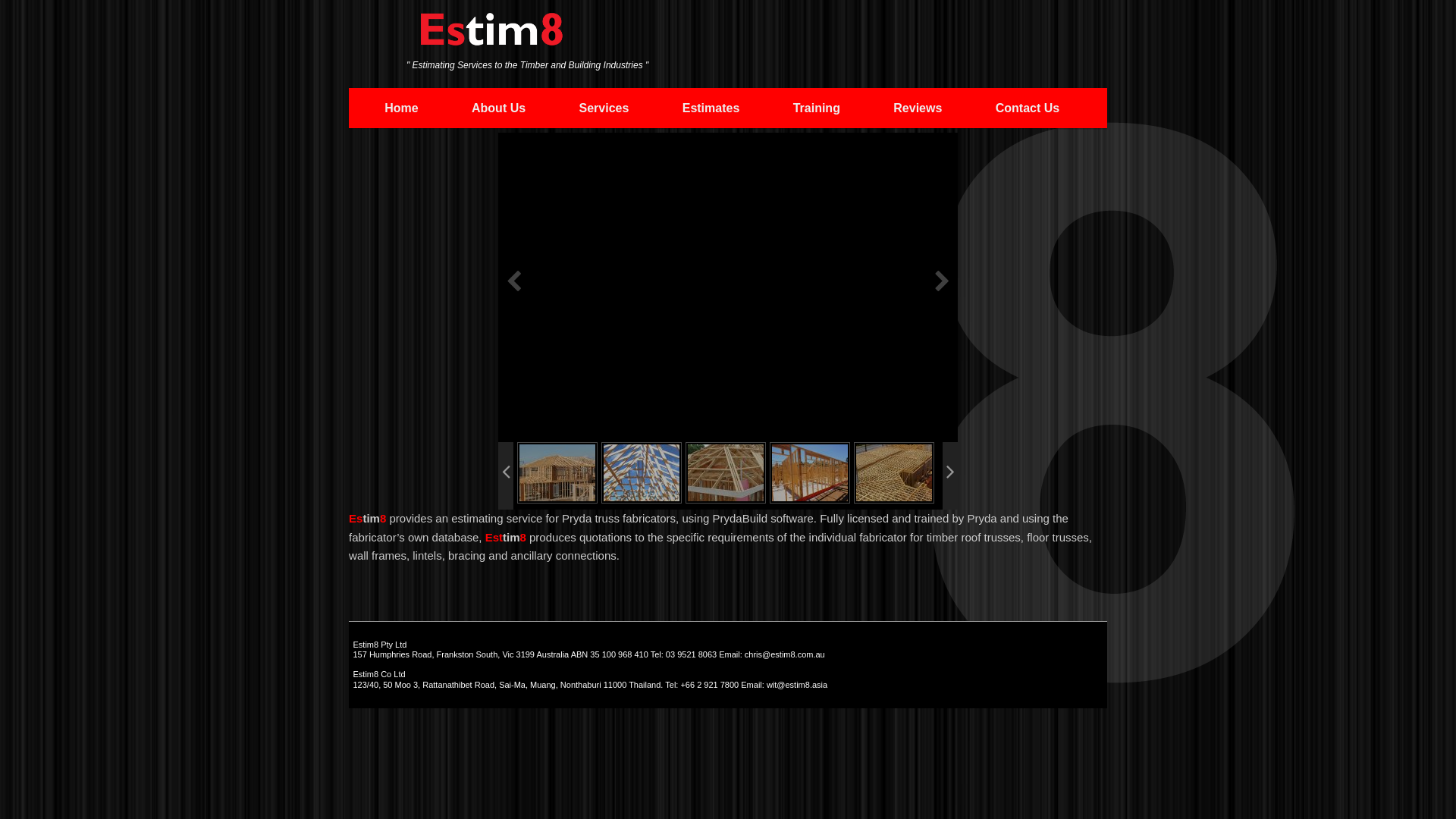  Describe the element at coordinates (367, 106) in the screenshot. I see `'Skip to secondary content'` at that location.